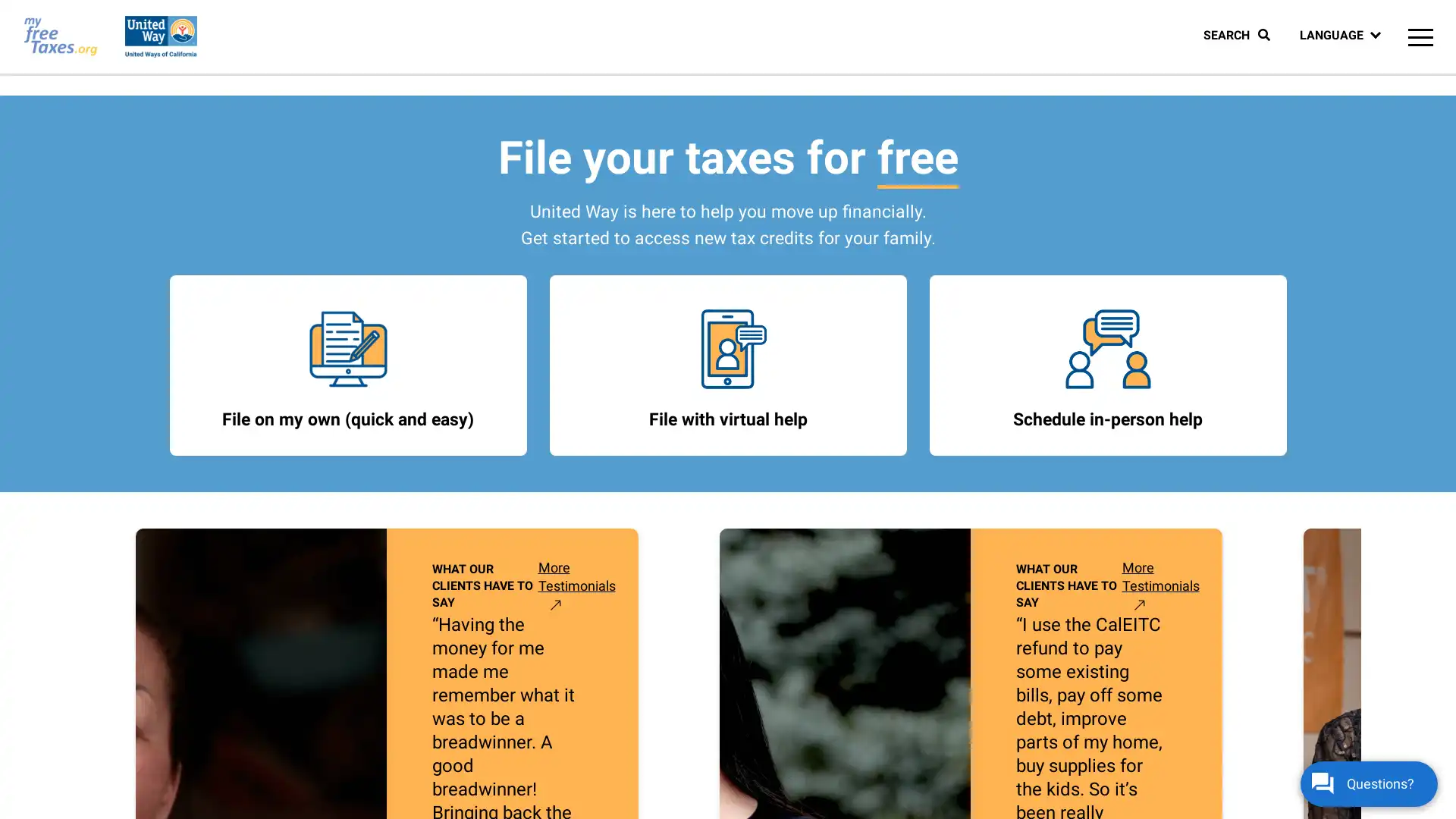 This screenshot has width=1456, height=819. What do you see at coordinates (1369, 783) in the screenshot?
I see `Questions?` at bounding box center [1369, 783].